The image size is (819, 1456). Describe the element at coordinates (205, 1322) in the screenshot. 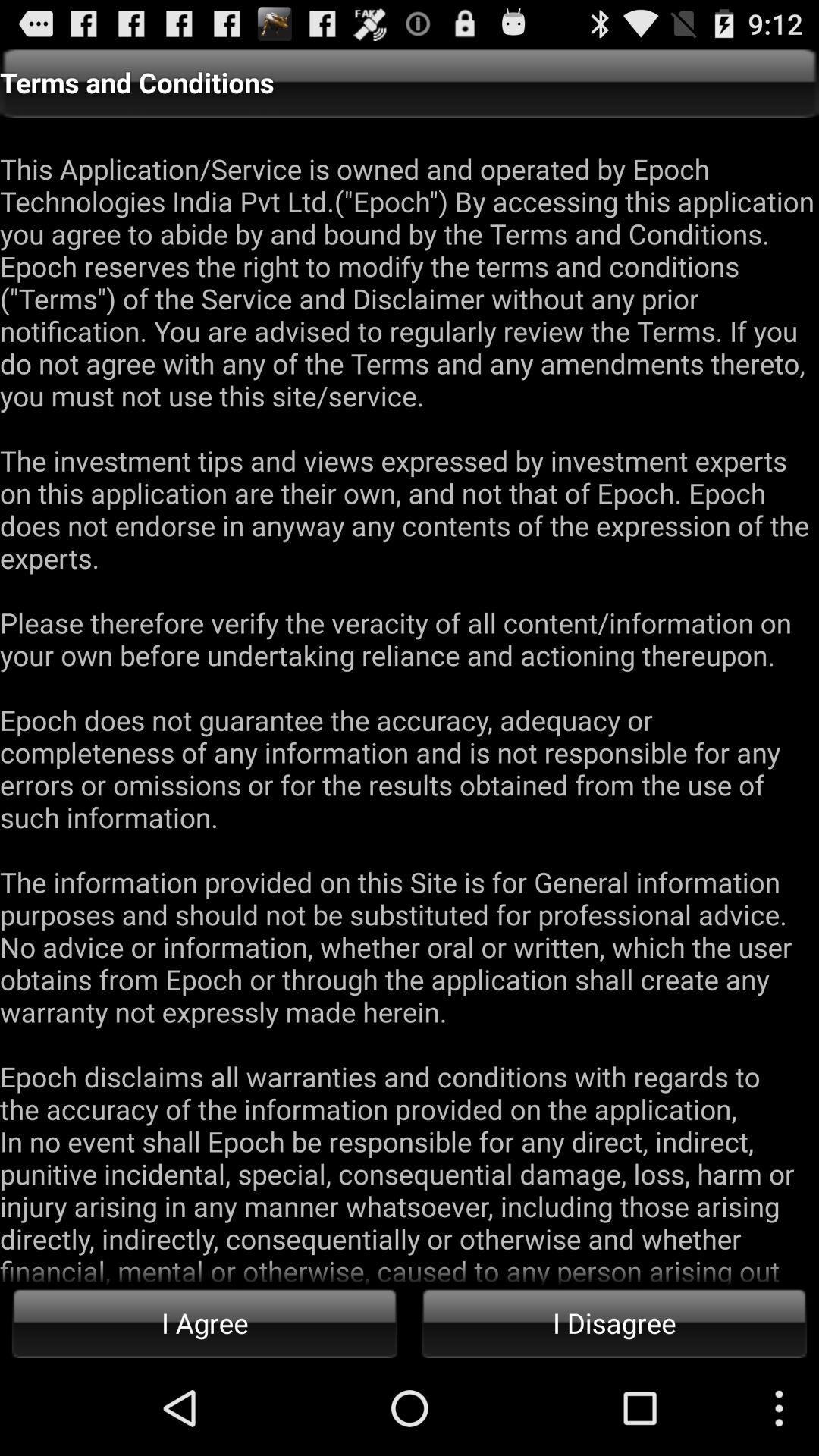

I see `the item at the bottom left corner` at that location.